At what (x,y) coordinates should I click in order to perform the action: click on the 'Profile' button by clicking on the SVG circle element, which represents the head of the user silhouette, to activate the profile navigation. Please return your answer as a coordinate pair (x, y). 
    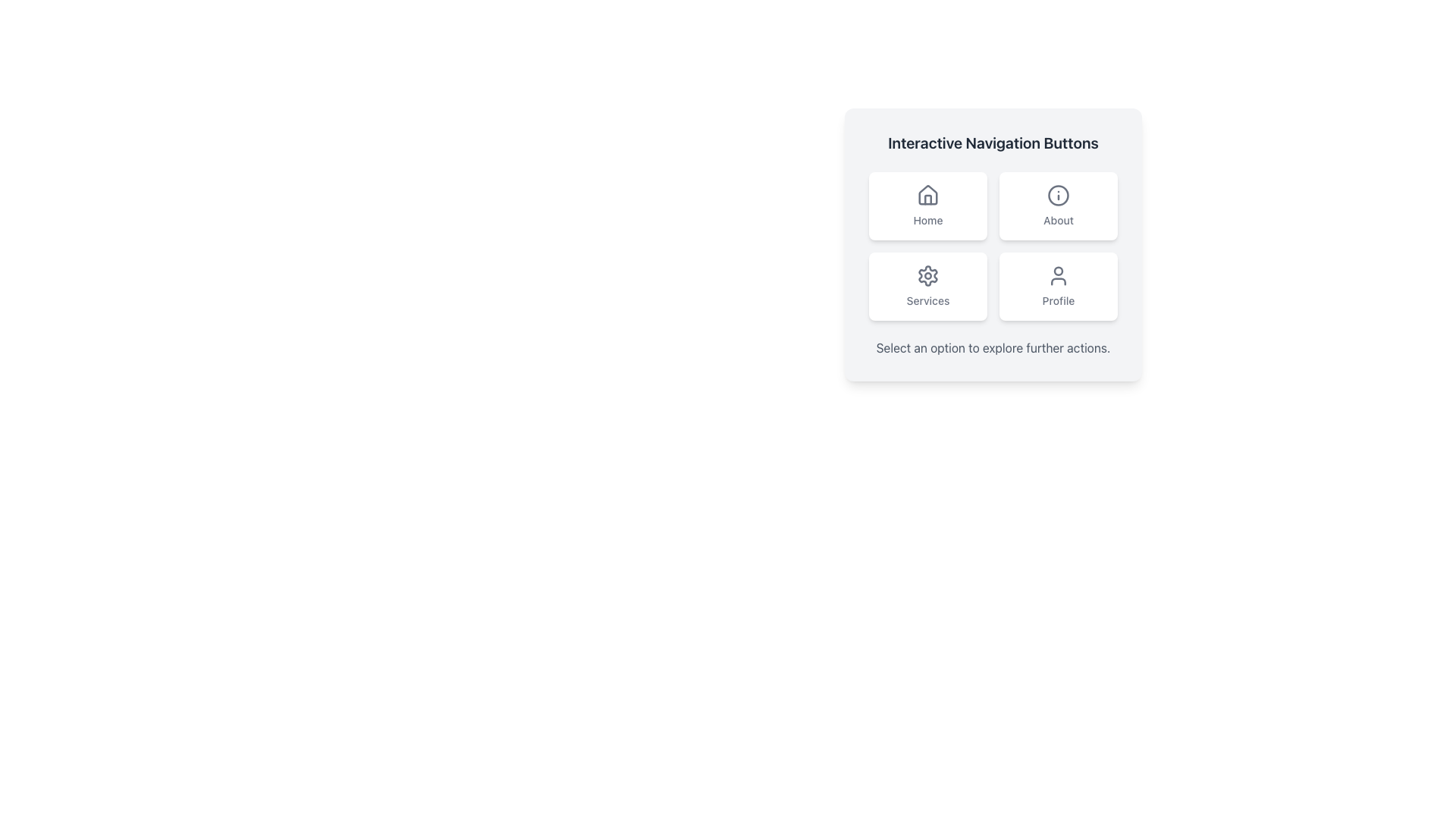
    Looking at the image, I should click on (1058, 270).